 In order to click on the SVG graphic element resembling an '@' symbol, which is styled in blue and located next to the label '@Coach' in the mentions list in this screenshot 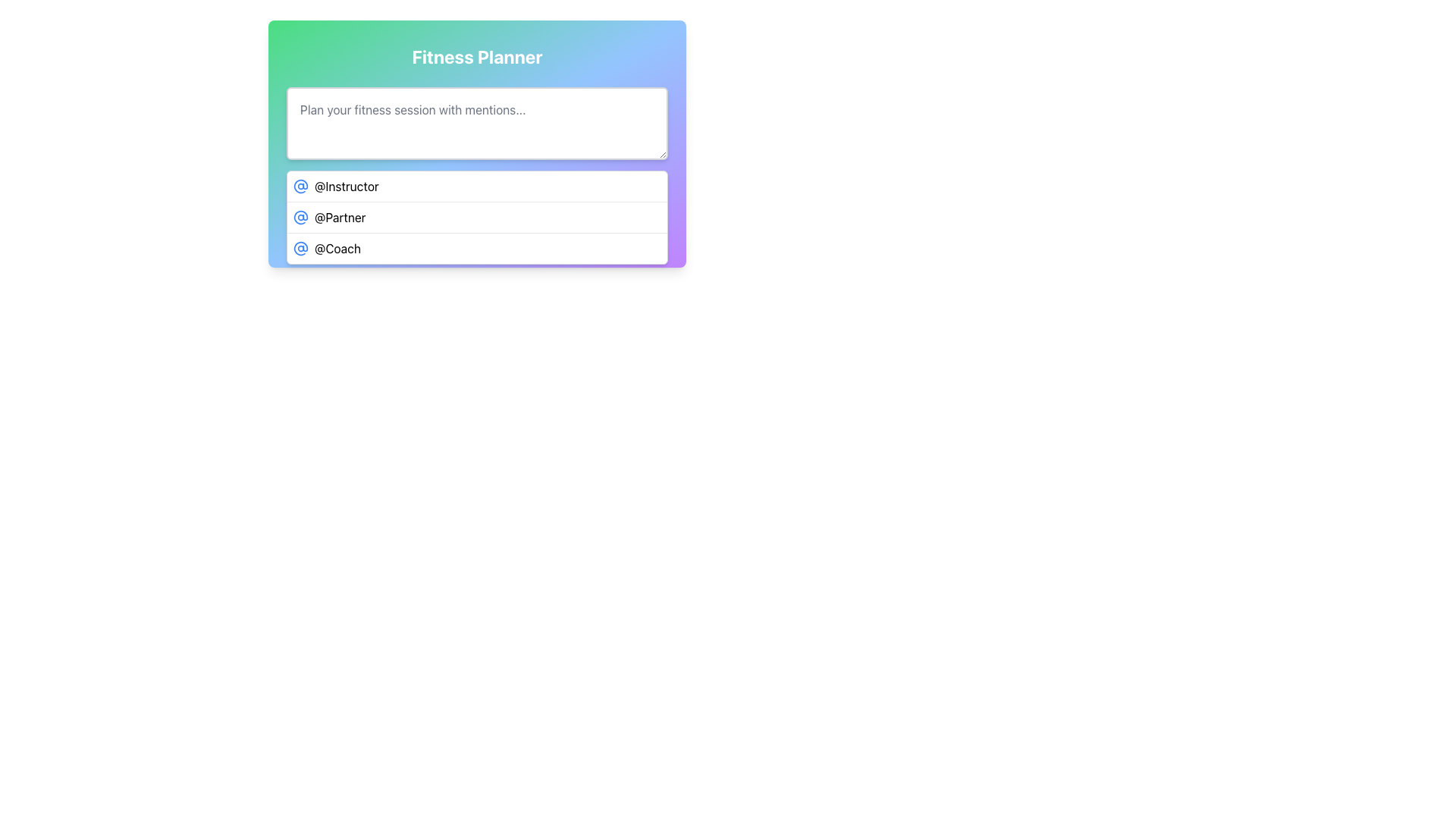, I will do `click(301, 247)`.